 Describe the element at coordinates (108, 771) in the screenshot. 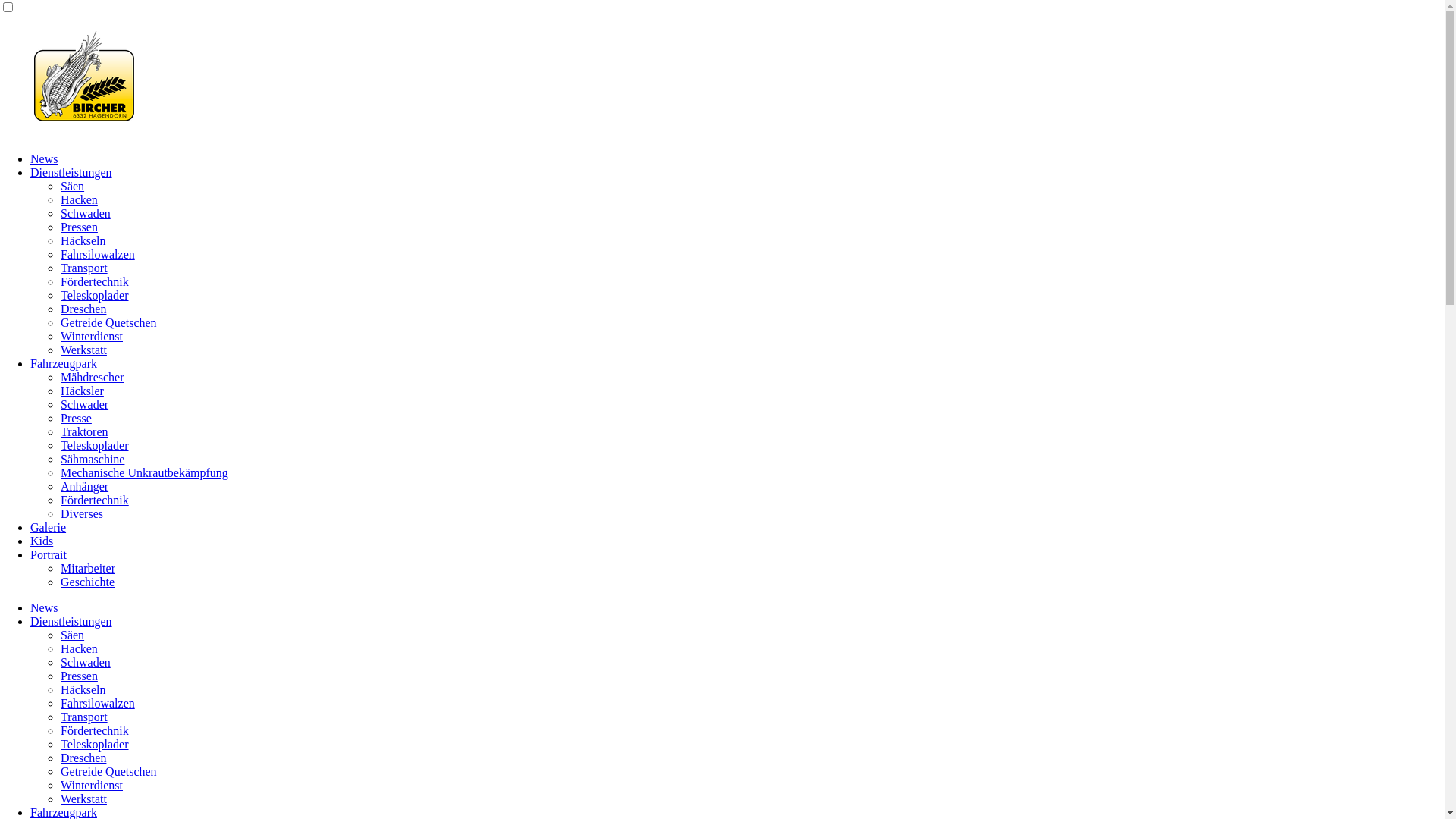

I see `'Getreide Quetschen'` at that location.